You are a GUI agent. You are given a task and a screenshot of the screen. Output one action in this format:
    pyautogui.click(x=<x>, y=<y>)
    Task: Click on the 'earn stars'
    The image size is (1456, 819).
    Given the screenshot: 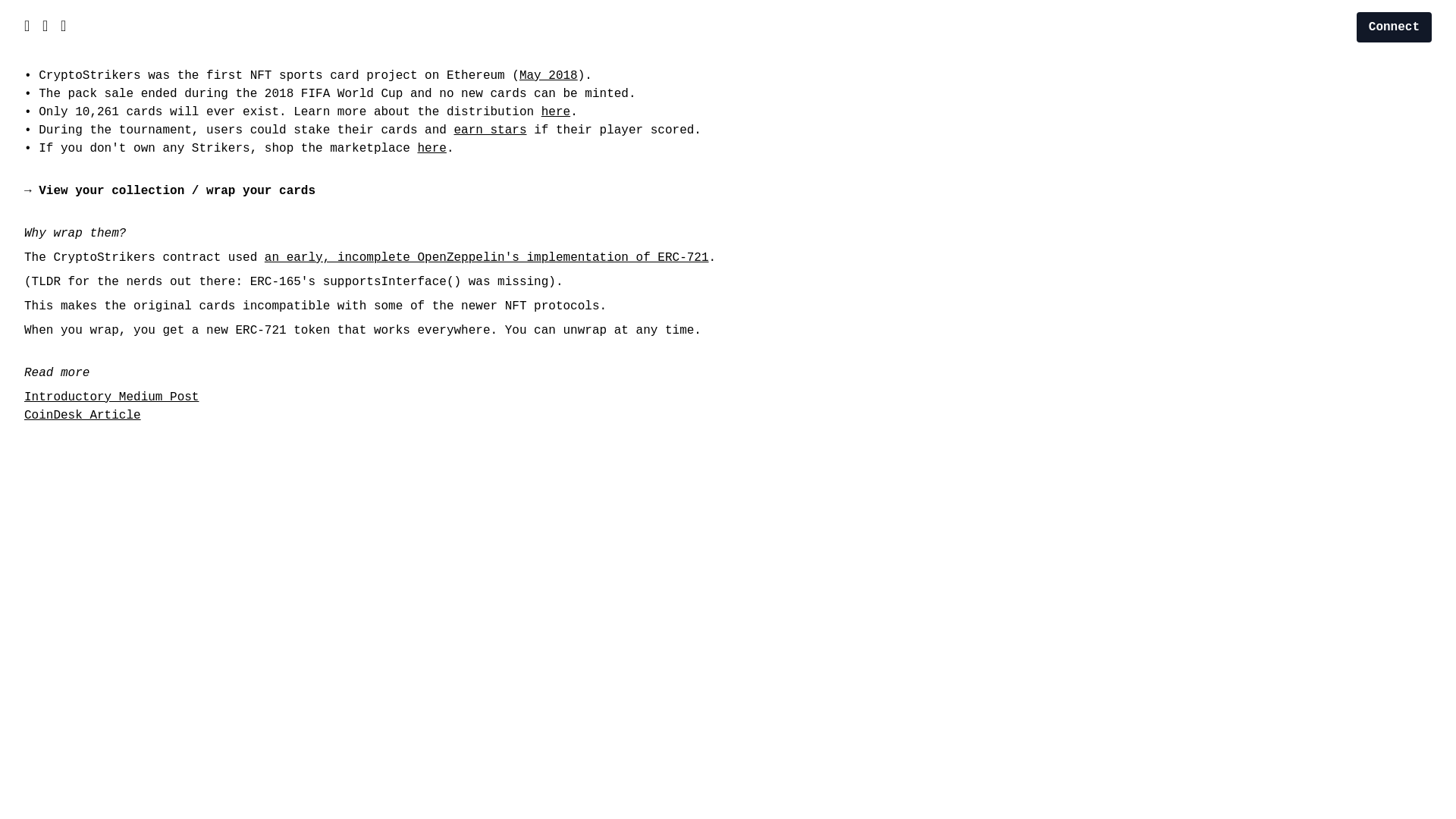 What is the action you would take?
    pyautogui.click(x=490, y=130)
    